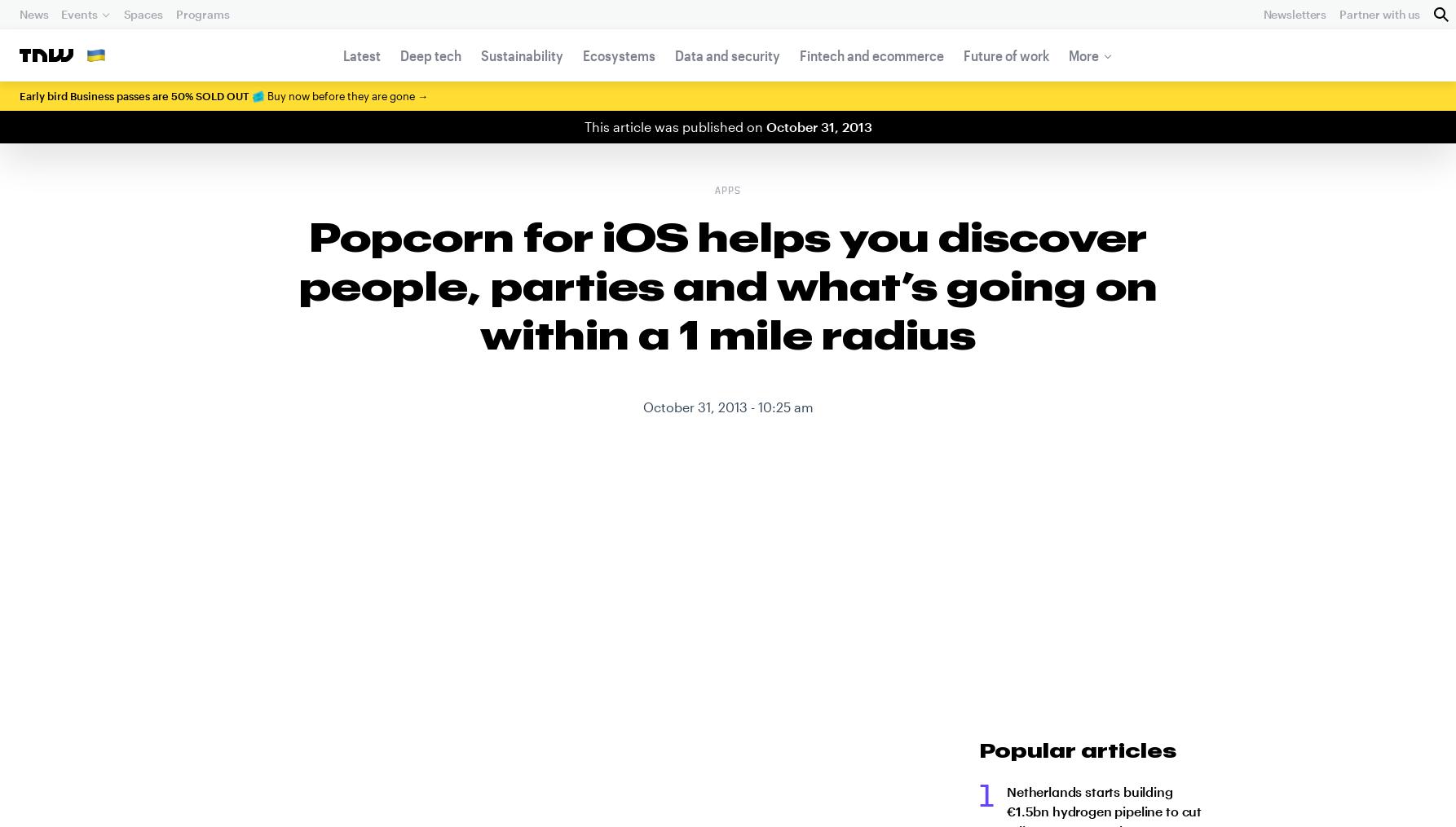 Image resolution: width=1456 pixels, height=827 pixels. I want to click on 'October 31, 2013', so click(818, 125).